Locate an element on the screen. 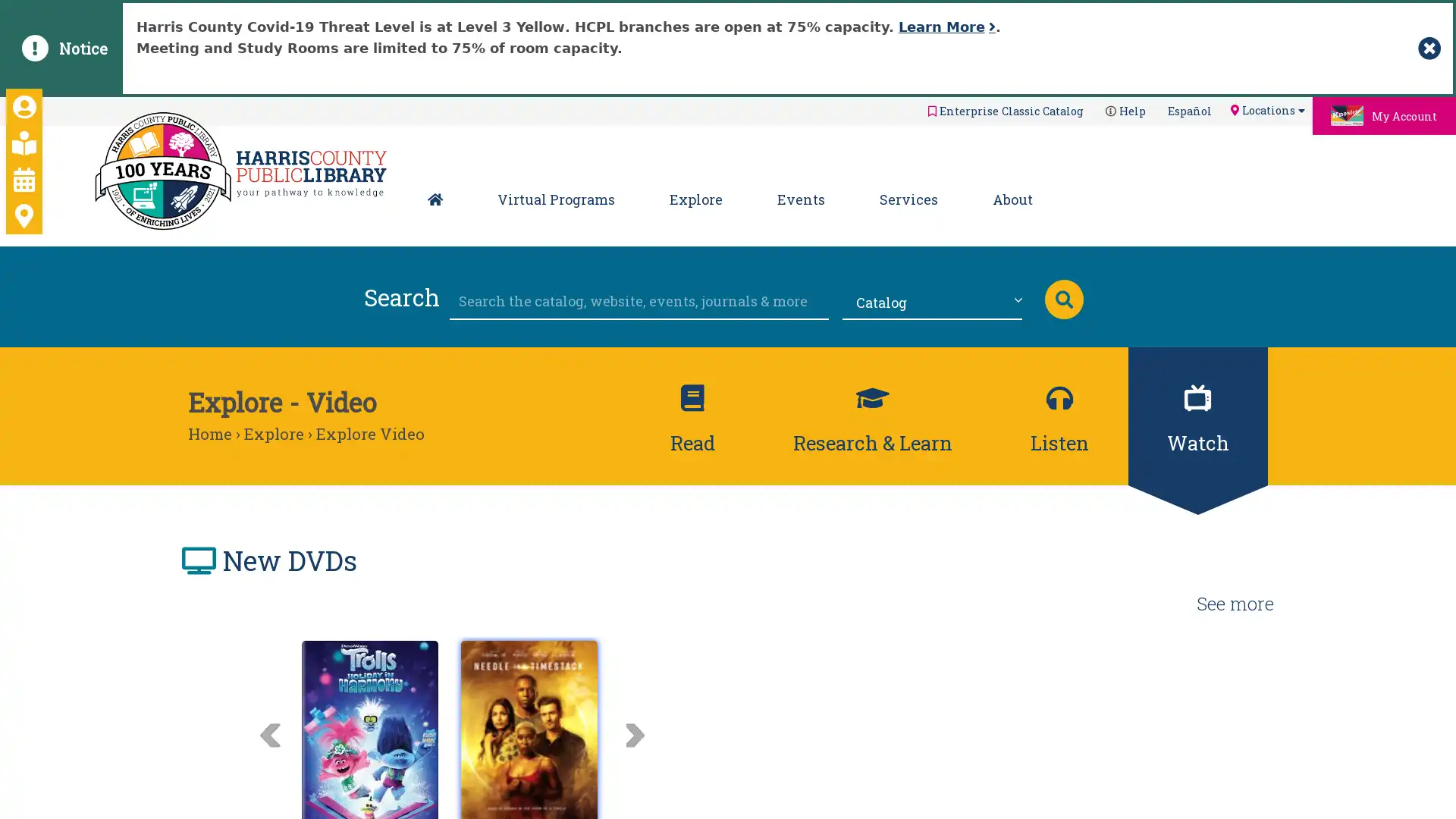  Locations is located at coordinates (1266, 109).